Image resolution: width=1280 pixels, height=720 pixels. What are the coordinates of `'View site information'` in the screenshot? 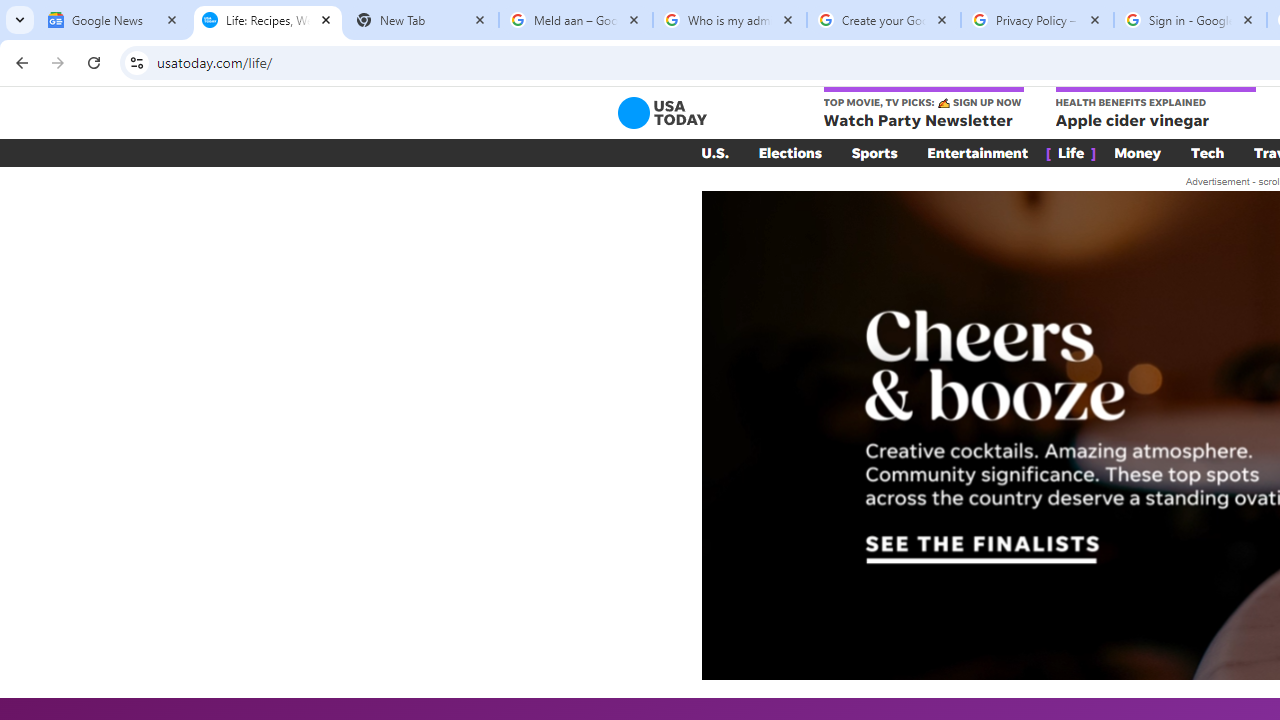 It's located at (135, 61).